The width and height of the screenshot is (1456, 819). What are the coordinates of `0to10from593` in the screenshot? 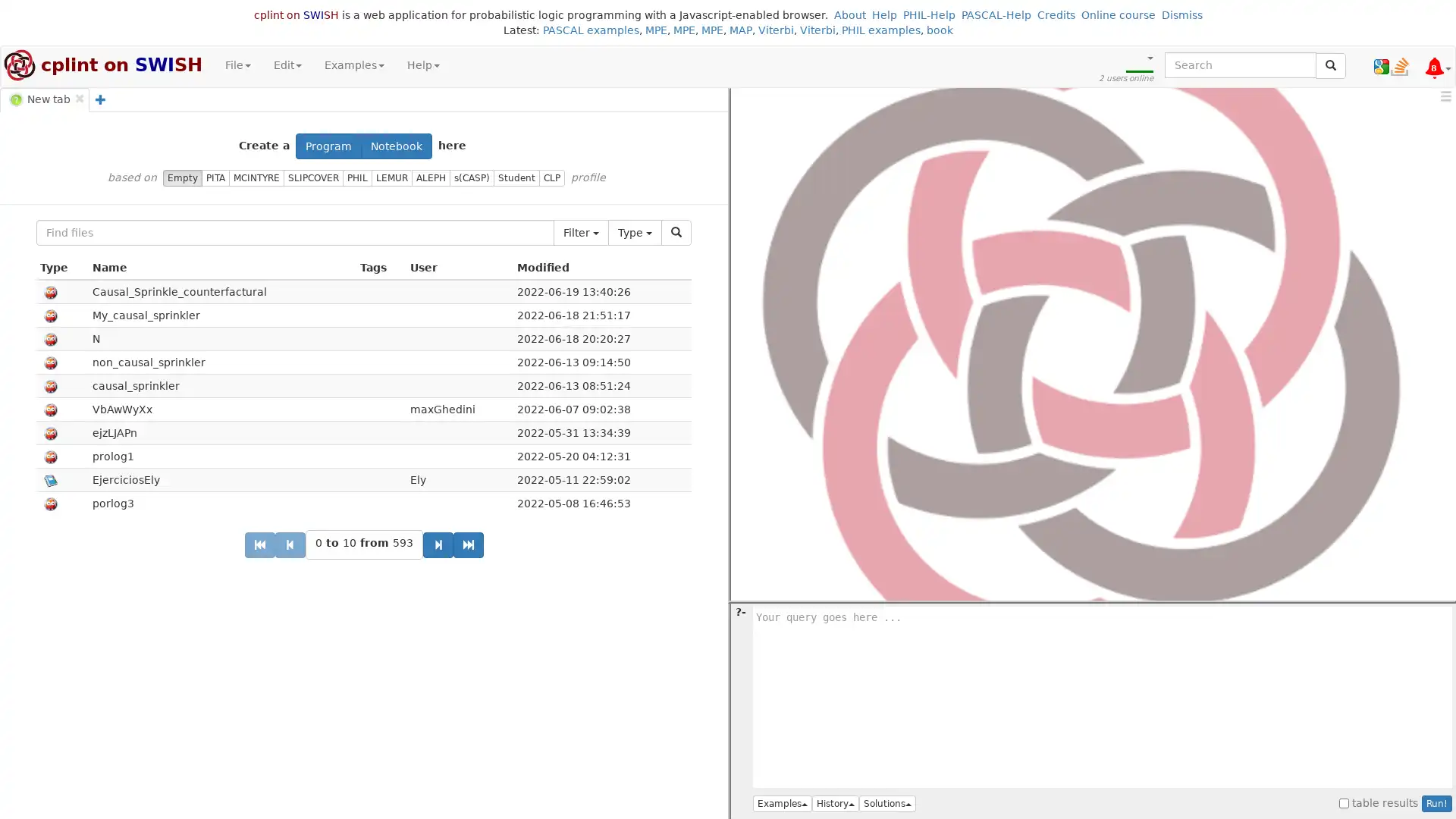 It's located at (362, 544).